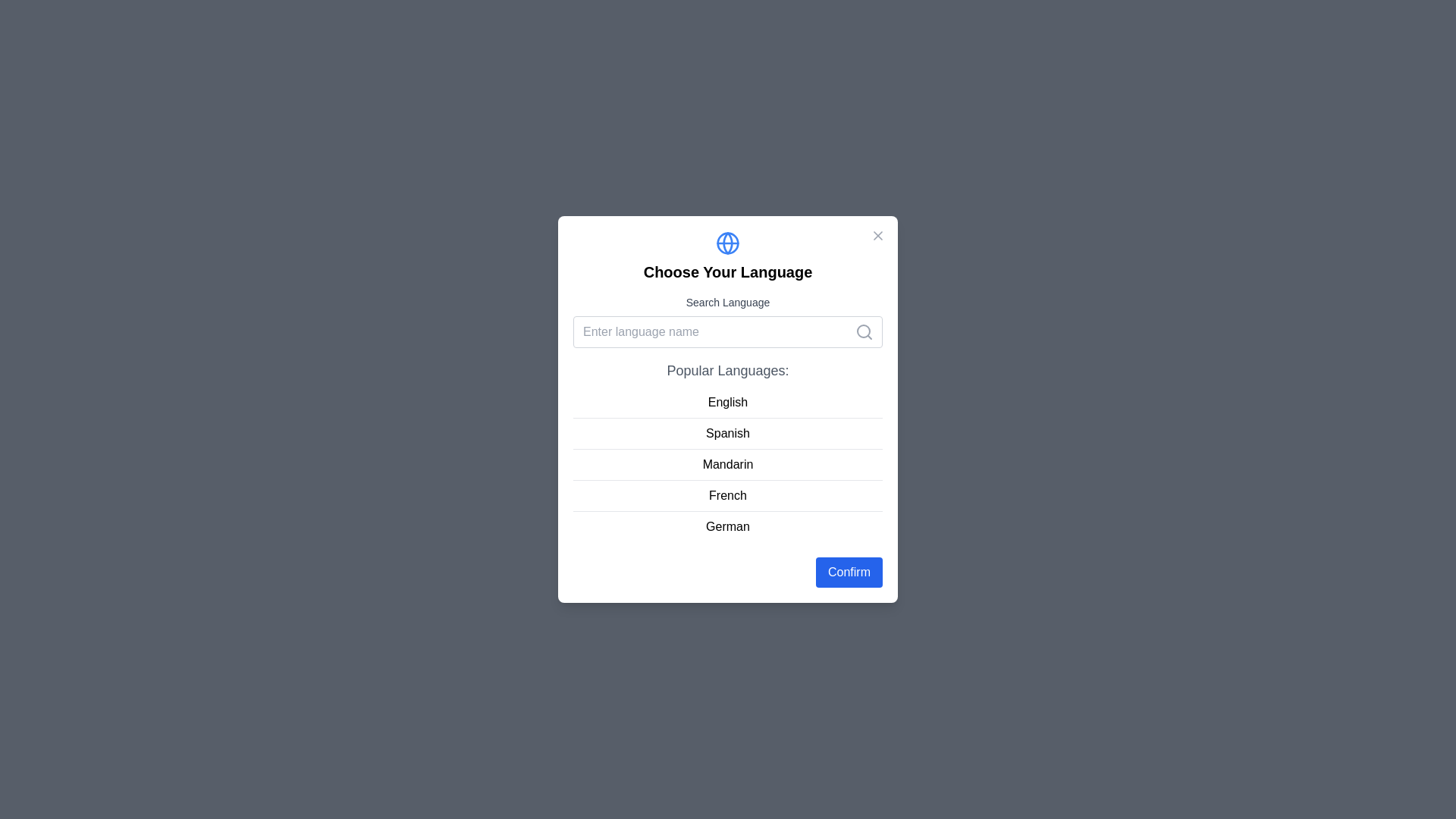  Describe the element at coordinates (37, 37) in the screenshot. I see `the background outside the dialog to close it` at that location.